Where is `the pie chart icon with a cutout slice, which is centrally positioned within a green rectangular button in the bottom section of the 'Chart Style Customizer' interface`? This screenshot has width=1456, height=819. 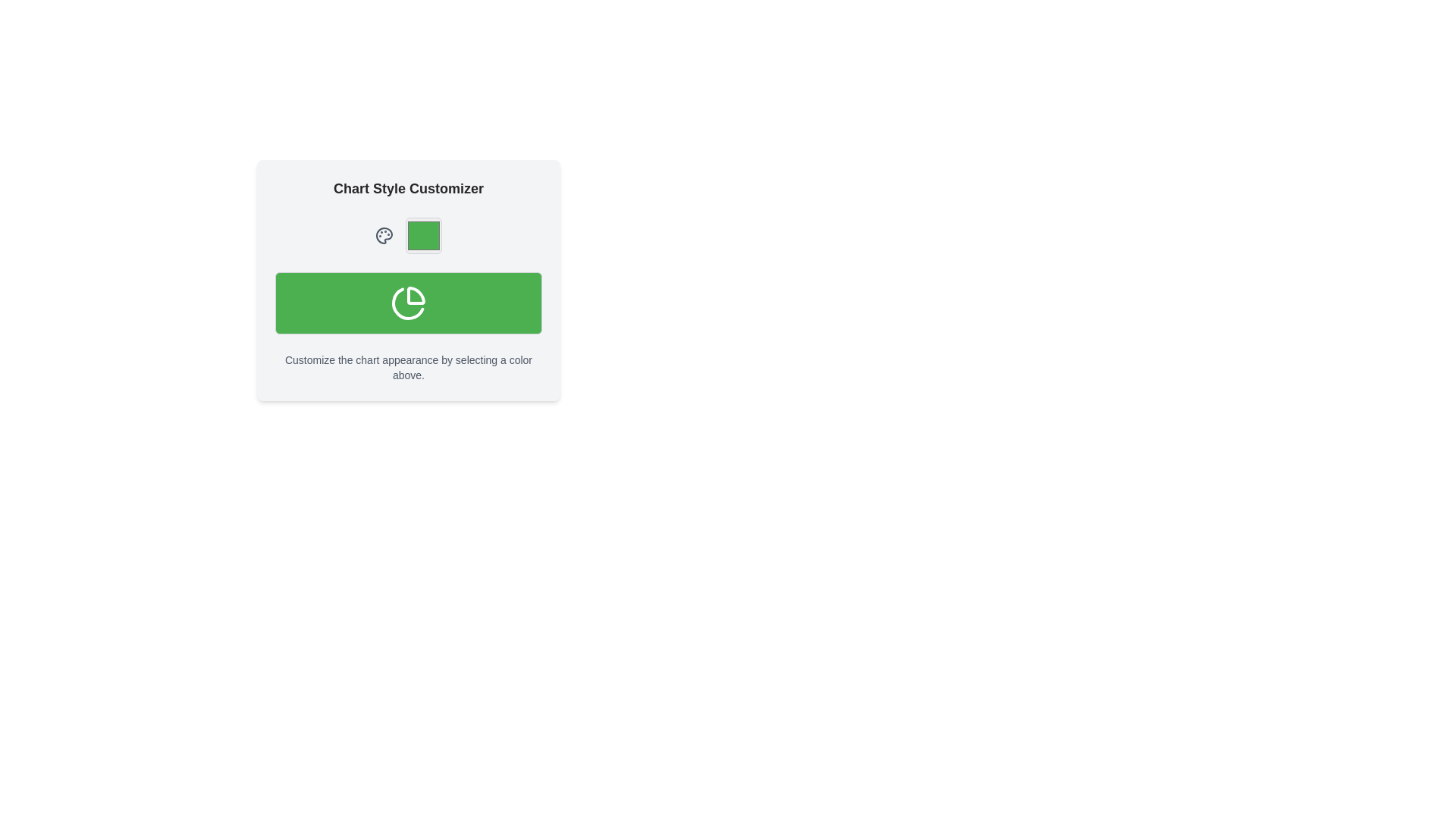
the pie chart icon with a cutout slice, which is centrally positioned within a green rectangular button in the bottom section of the 'Chart Style Customizer' interface is located at coordinates (408, 303).